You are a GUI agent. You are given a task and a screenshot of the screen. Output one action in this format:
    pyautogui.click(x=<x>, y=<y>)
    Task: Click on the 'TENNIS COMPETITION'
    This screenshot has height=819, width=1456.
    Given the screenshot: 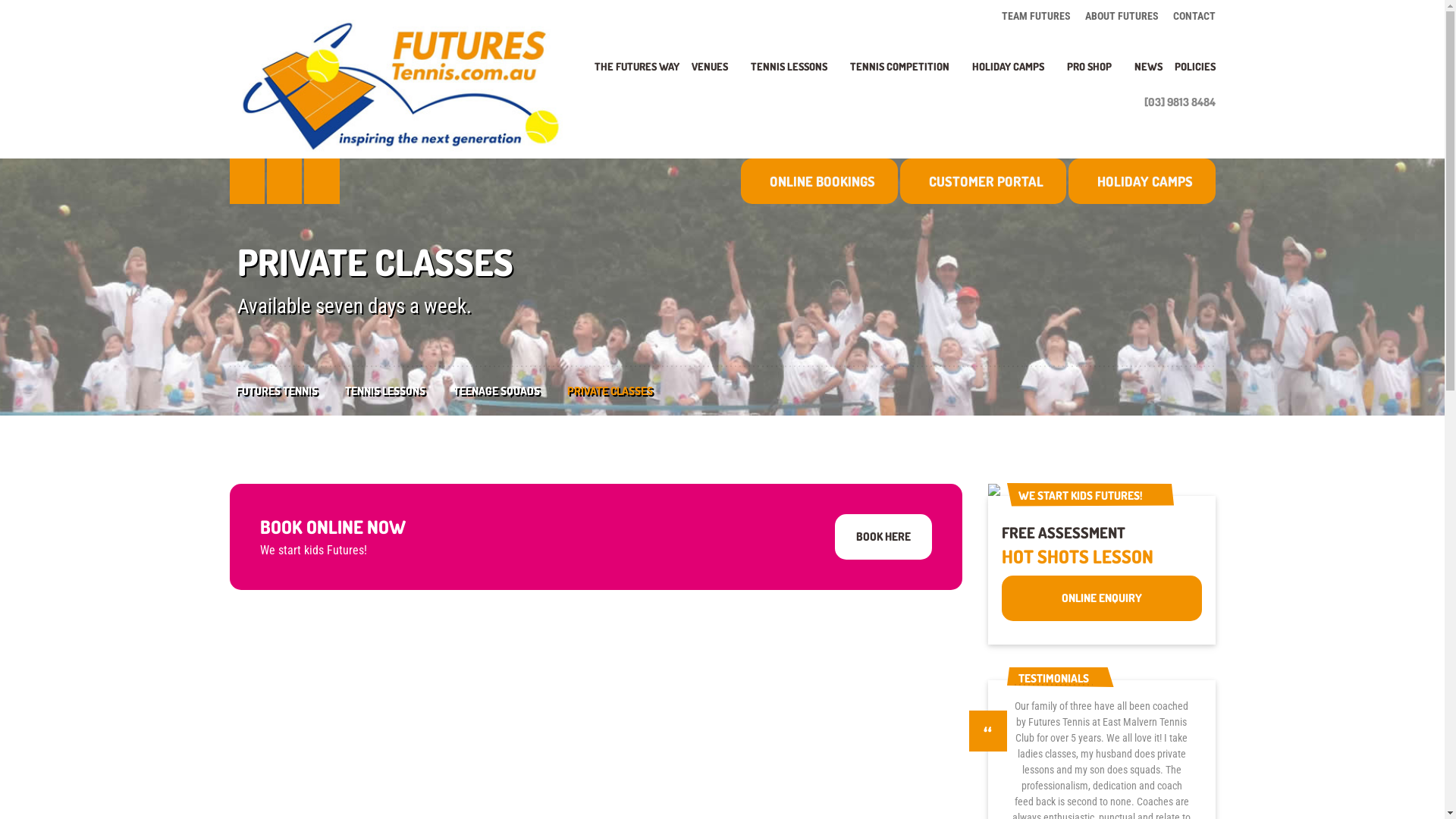 What is the action you would take?
    pyautogui.click(x=843, y=74)
    